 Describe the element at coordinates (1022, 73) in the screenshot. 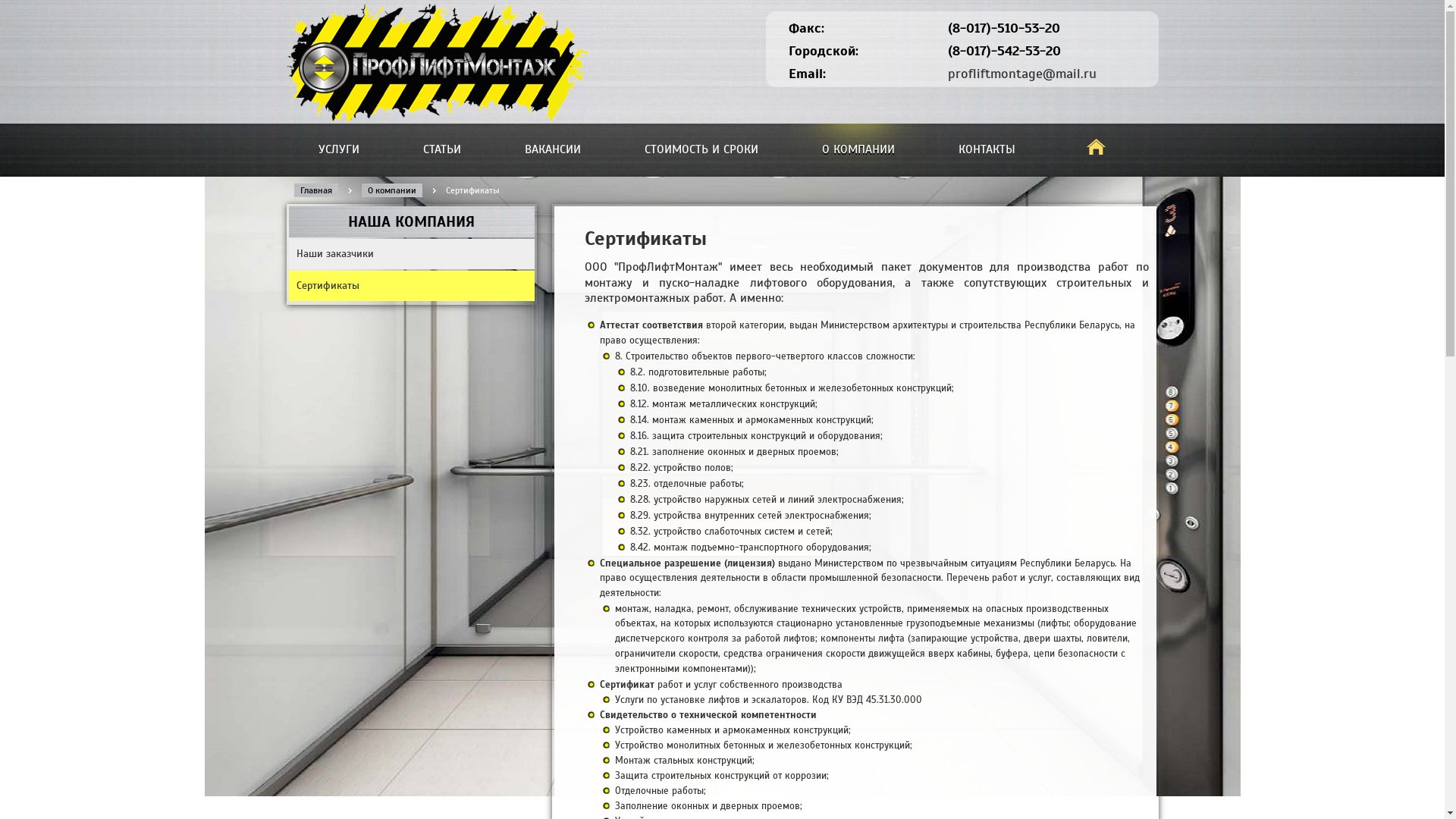

I see `'profliftmontage@mail.ru'` at that location.